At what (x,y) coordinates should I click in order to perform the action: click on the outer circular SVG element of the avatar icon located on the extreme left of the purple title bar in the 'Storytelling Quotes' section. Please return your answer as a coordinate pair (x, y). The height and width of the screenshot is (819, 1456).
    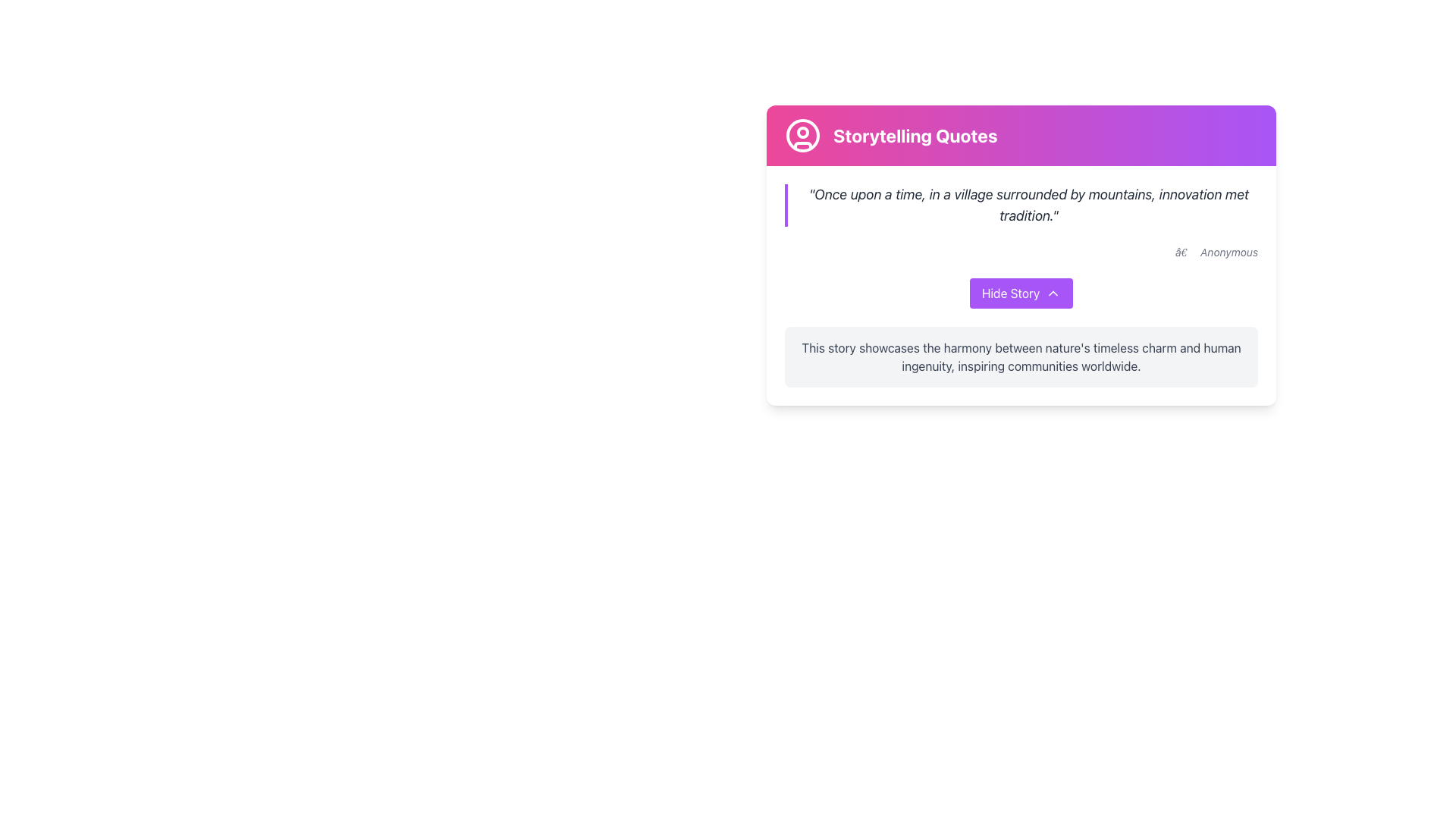
    Looking at the image, I should click on (802, 134).